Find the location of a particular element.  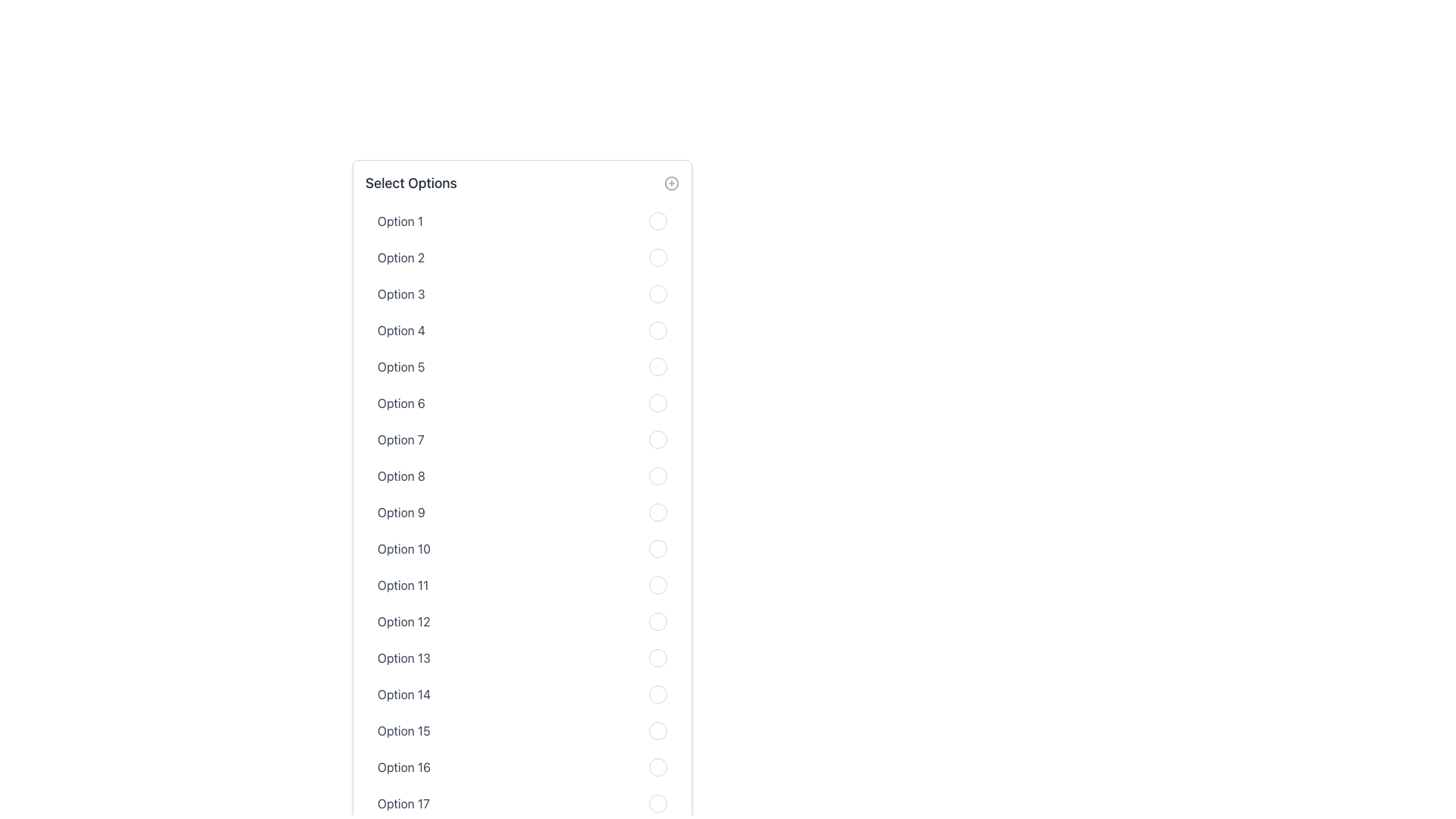

the circular outline SVG graphical element located at the top-right corner of the options list, adjacent to the title text 'Select Options' is located at coordinates (671, 183).